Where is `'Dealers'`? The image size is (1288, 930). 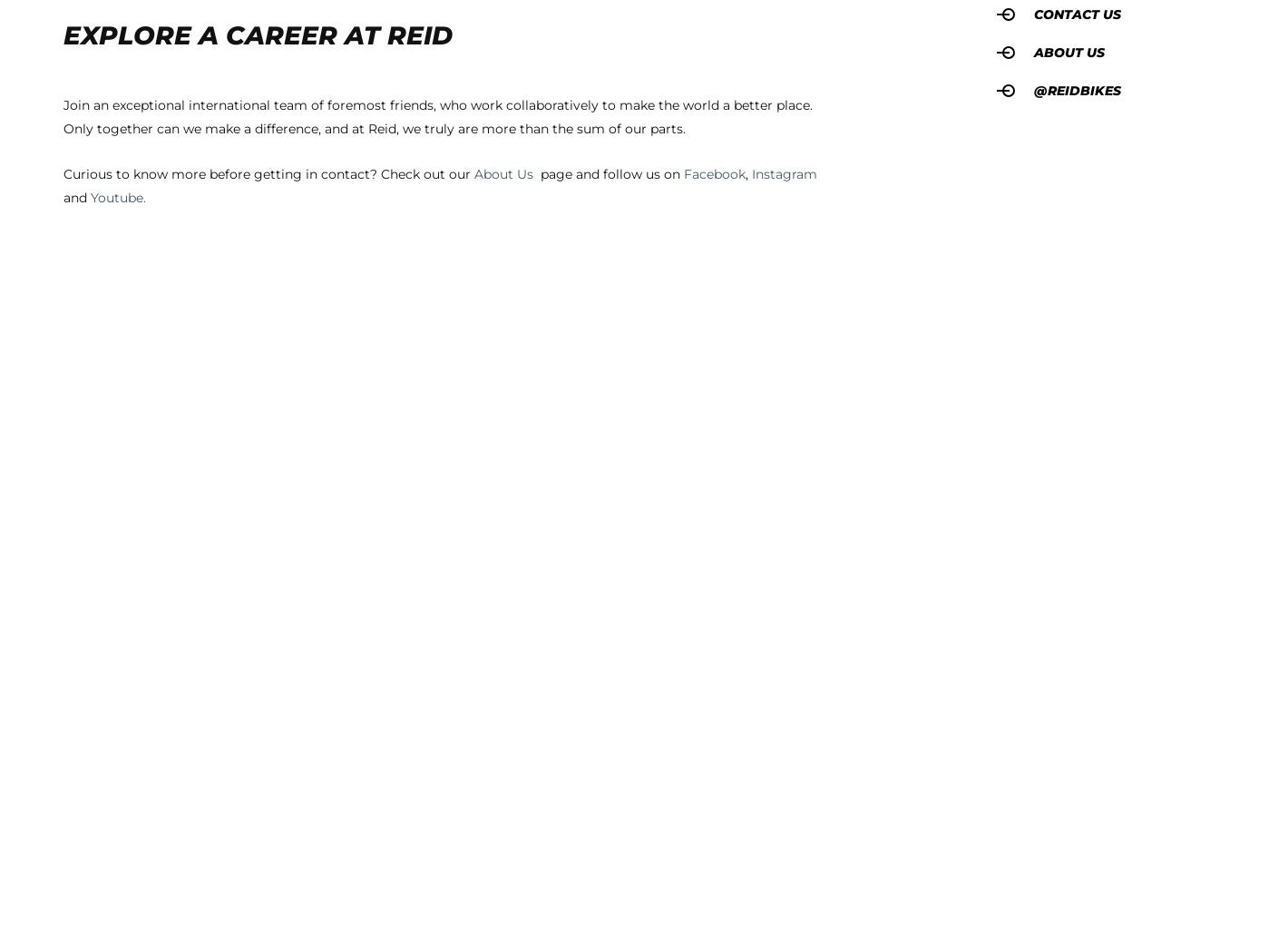 'Dealers' is located at coordinates (507, 398).